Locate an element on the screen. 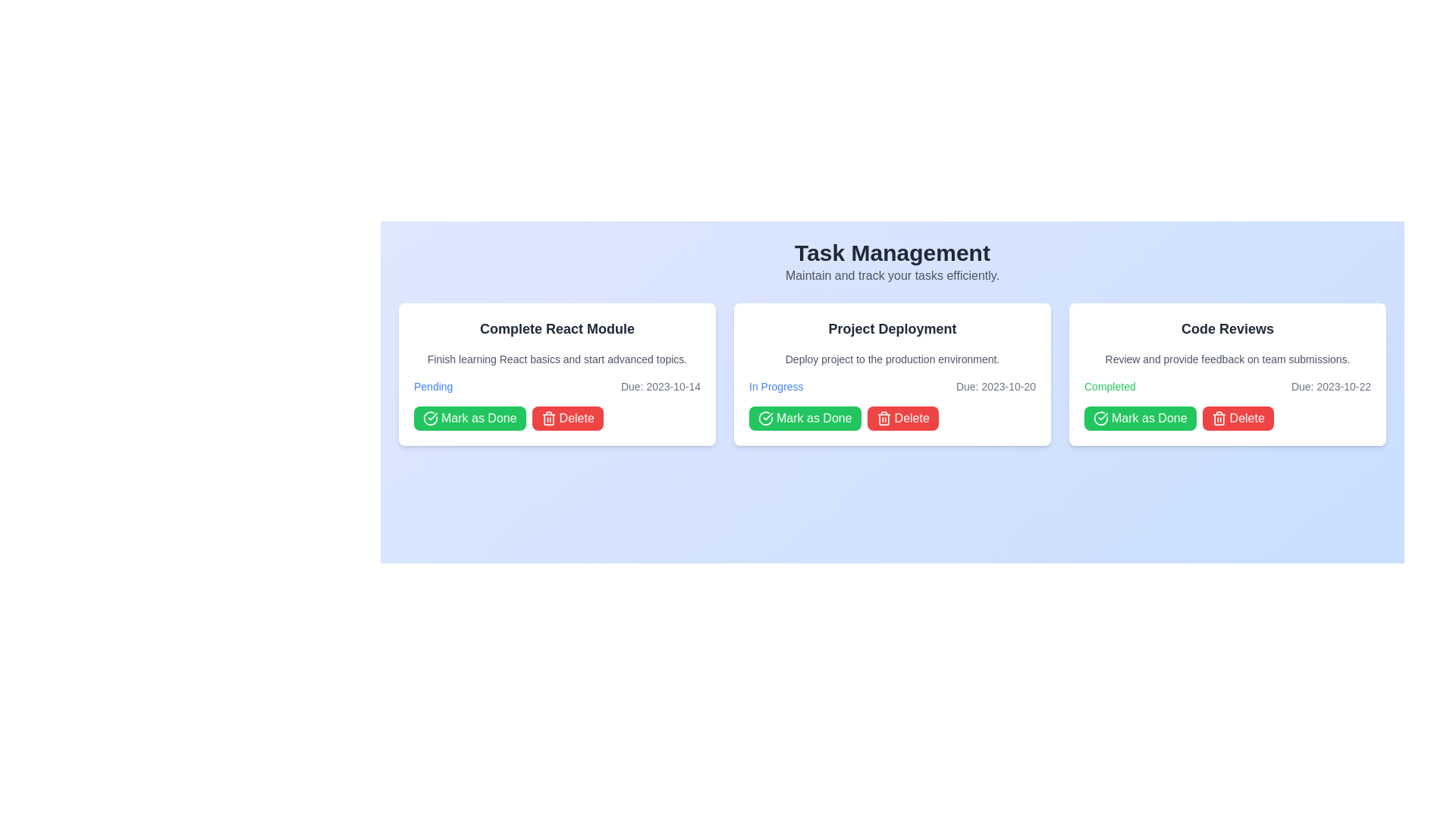 This screenshot has width=1456, height=819. the 'Mark as Done' button, which has a white text label on a green background and is located at the lower right portion of the 'Code Reviews' task card is located at coordinates (1149, 418).